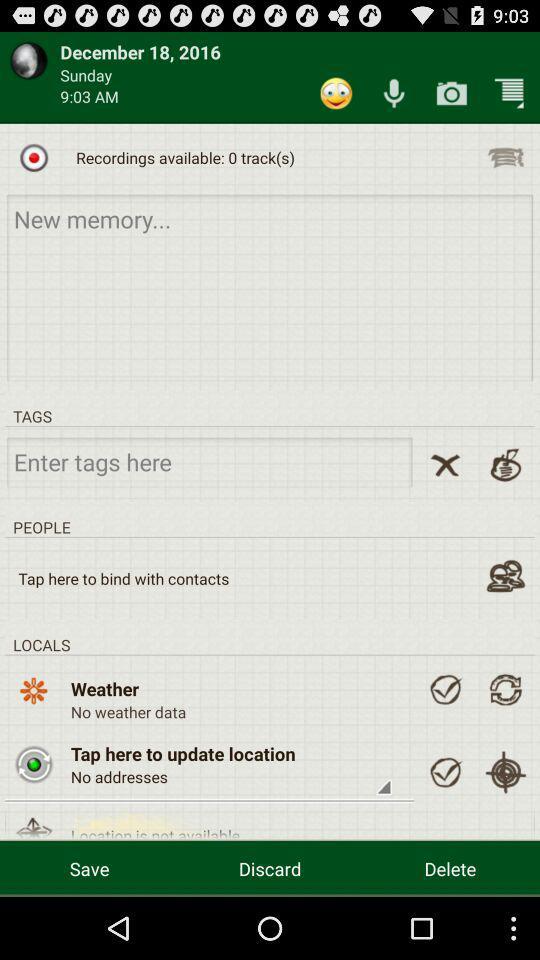 The image size is (540, 960). What do you see at coordinates (504, 156) in the screenshot?
I see `recording` at bounding box center [504, 156].